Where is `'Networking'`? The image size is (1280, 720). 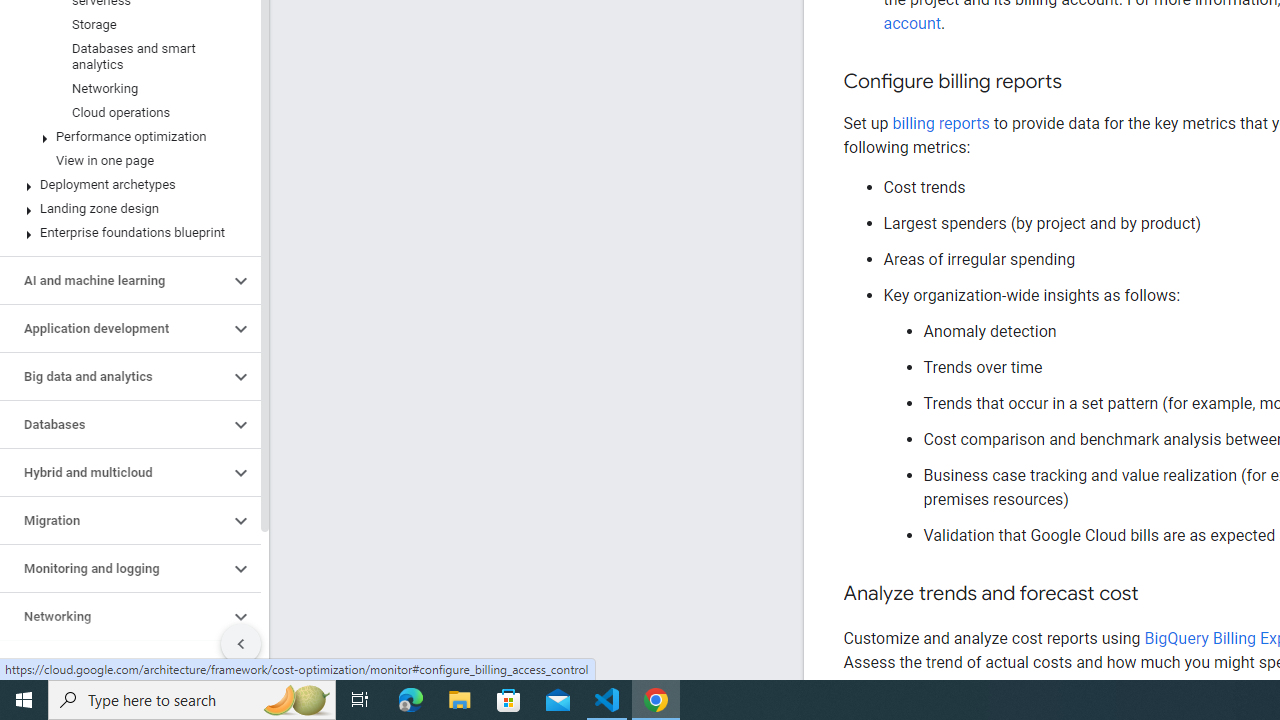
'Networking' is located at coordinates (113, 616).